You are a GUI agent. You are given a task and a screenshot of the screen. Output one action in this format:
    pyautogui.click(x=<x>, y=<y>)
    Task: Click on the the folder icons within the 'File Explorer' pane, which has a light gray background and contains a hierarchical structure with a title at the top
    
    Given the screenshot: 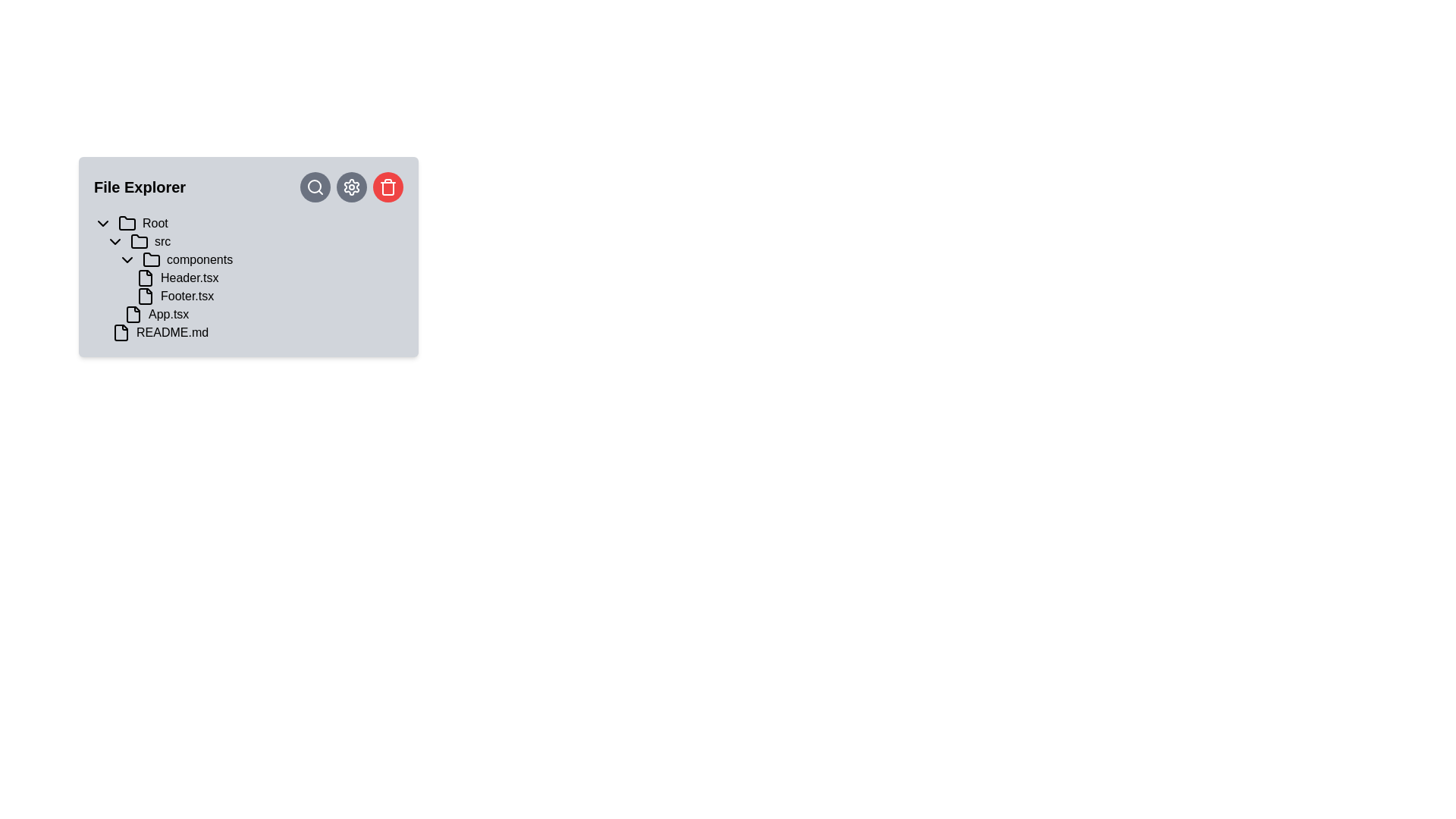 What is the action you would take?
    pyautogui.click(x=248, y=256)
    